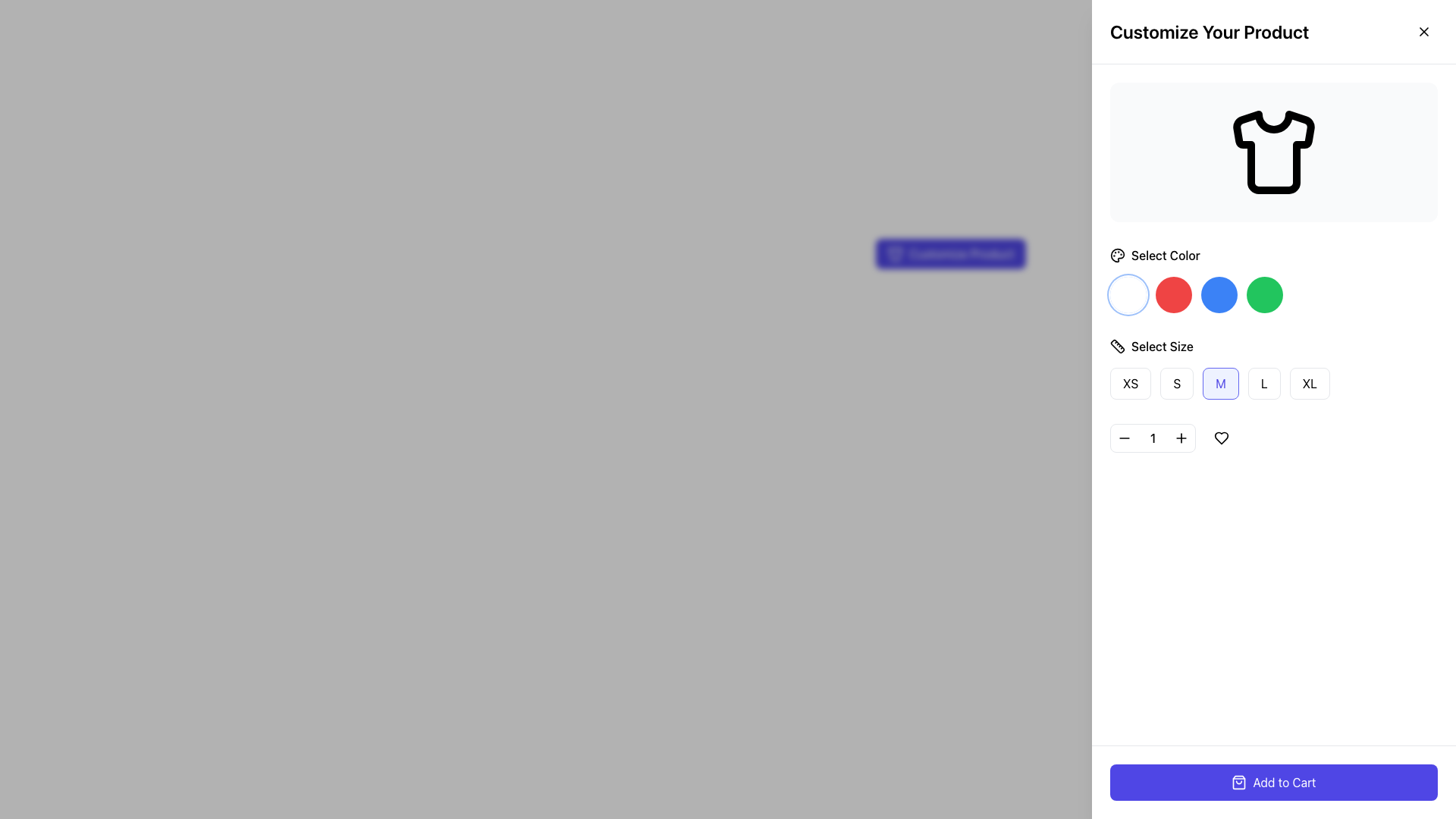  What do you see at coordinates (1153, 438) in the screenshot?
I see `the label that represents the currently selected quantity in the numeric stepper control, positioned between the minus button on the left and the plus button on the right` at bounding box center [1153, 438].